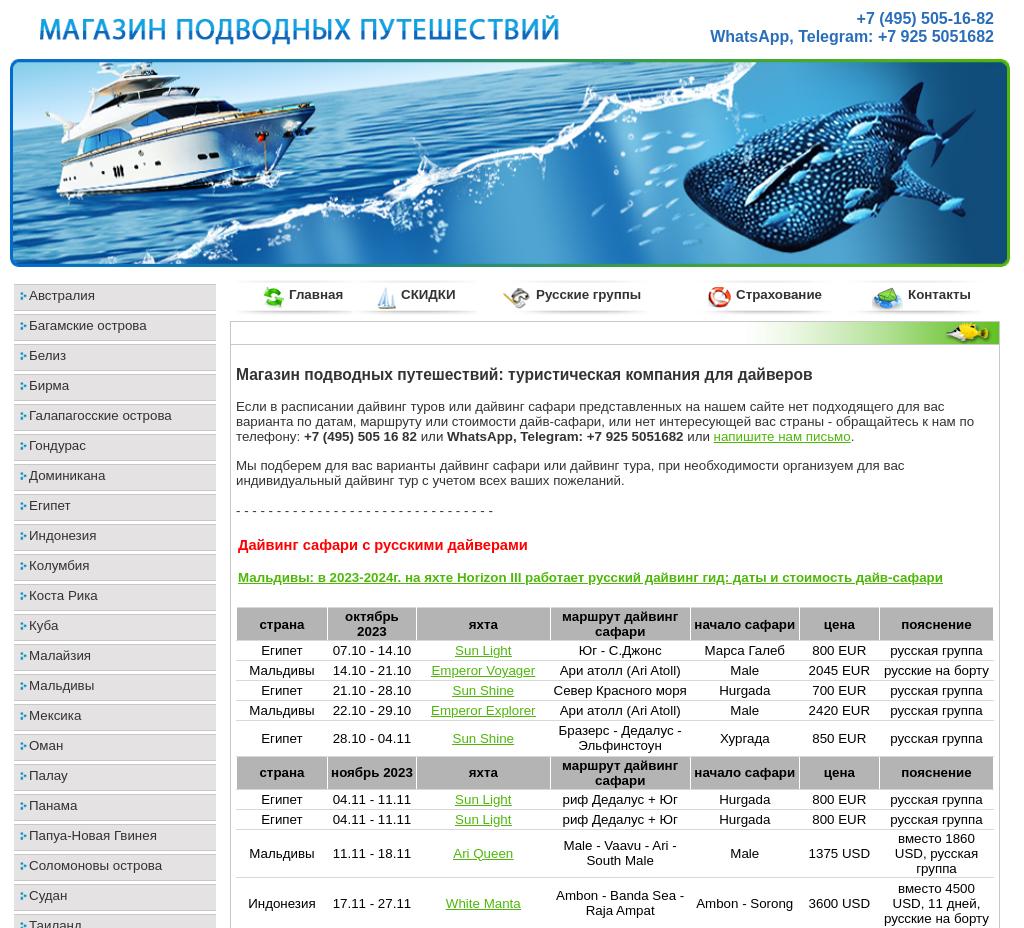 Image resolution: width=1024 pixels, height=928 pixels. Describe the element at coordinates (935, 852) in the screenshot. I see `'вместо 1860 USD, русская группа'` at that location.